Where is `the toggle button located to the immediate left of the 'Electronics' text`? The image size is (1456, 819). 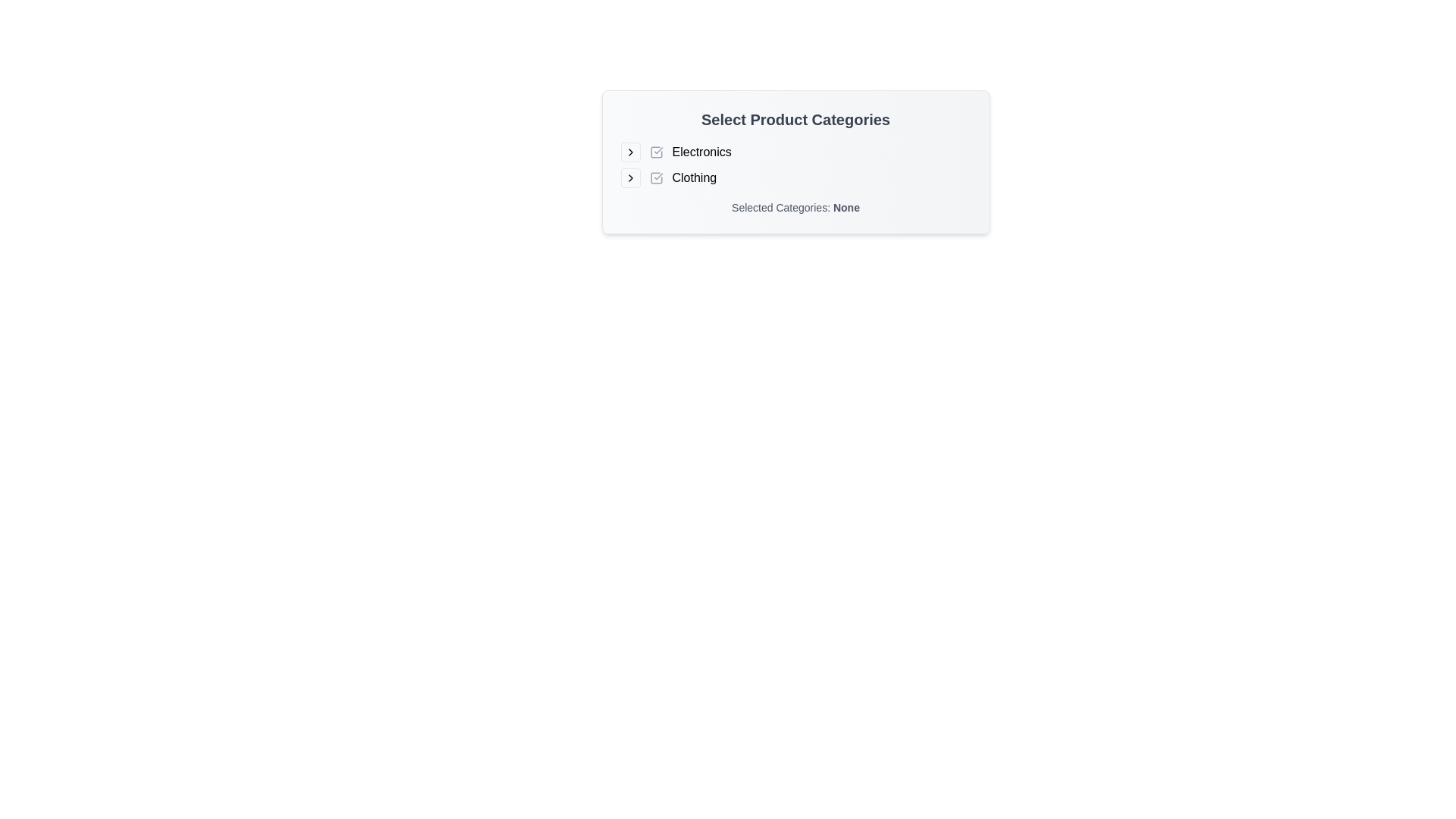
the toggle button located to the immediate left of the 'Electronics' text is located at coordinates (630, 152).